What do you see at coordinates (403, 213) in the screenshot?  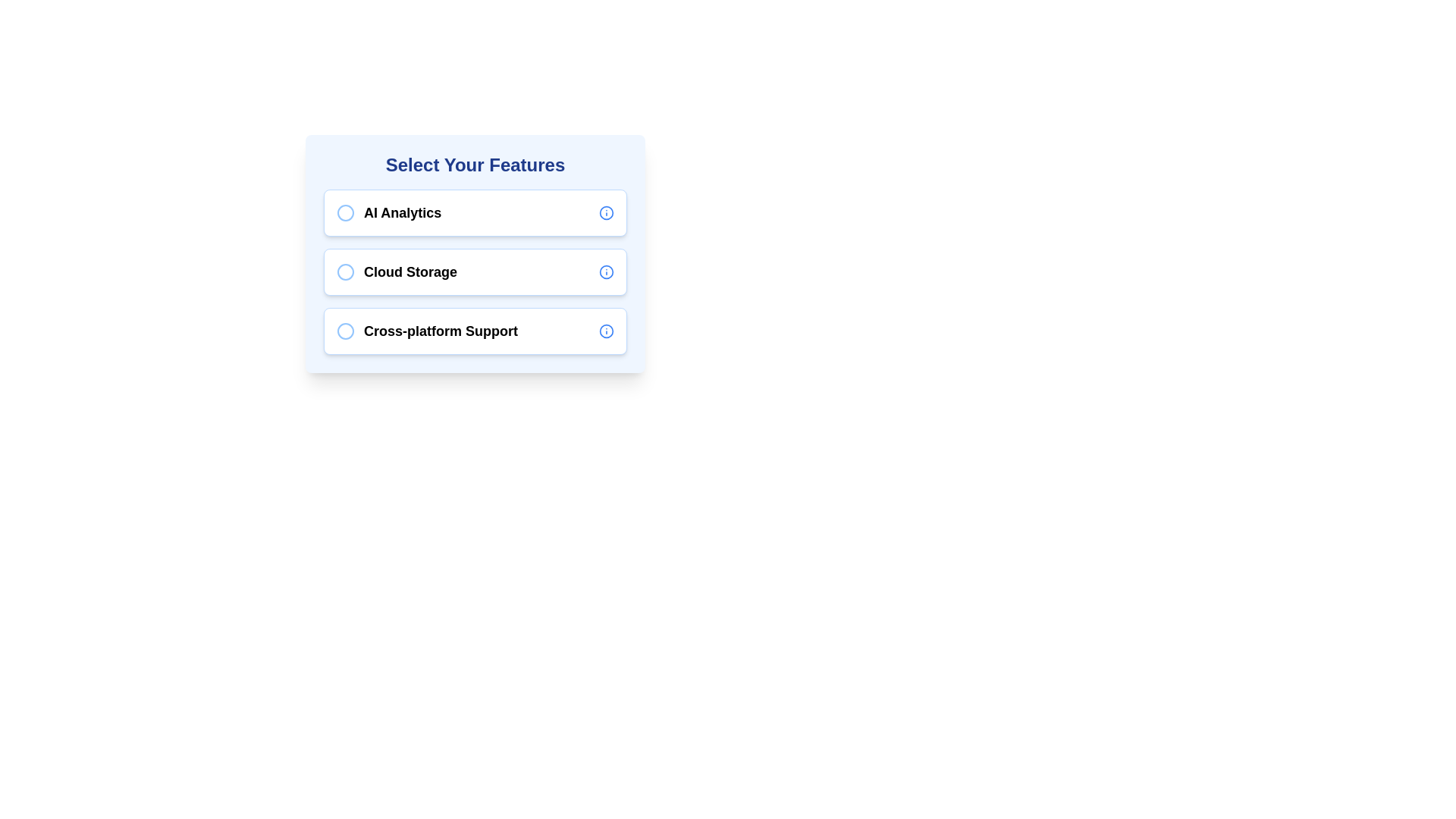 I see `the text label displaying 'AI Analytics', which is part of the selectable feature list and aligned horizontally with a circular radio button` at bounding box center [403, 213].